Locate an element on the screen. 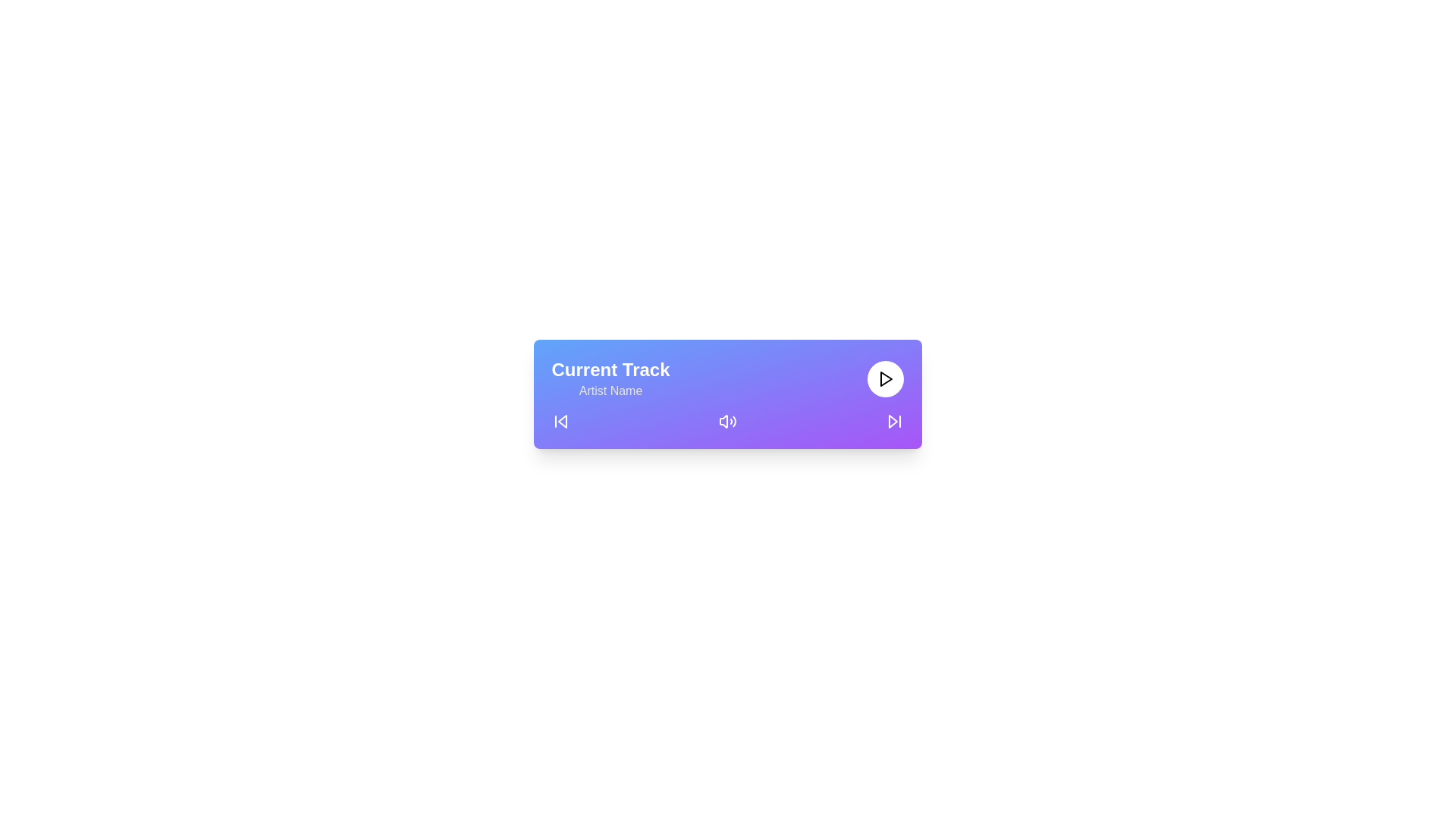 The height and width of the screenshot is (819, 1456). the playback button located in the top-right corner of the music player interface, aligned with 'Current Track' and 'Artist Name', to navigate via keyboard is located at coordinates (885, 378).